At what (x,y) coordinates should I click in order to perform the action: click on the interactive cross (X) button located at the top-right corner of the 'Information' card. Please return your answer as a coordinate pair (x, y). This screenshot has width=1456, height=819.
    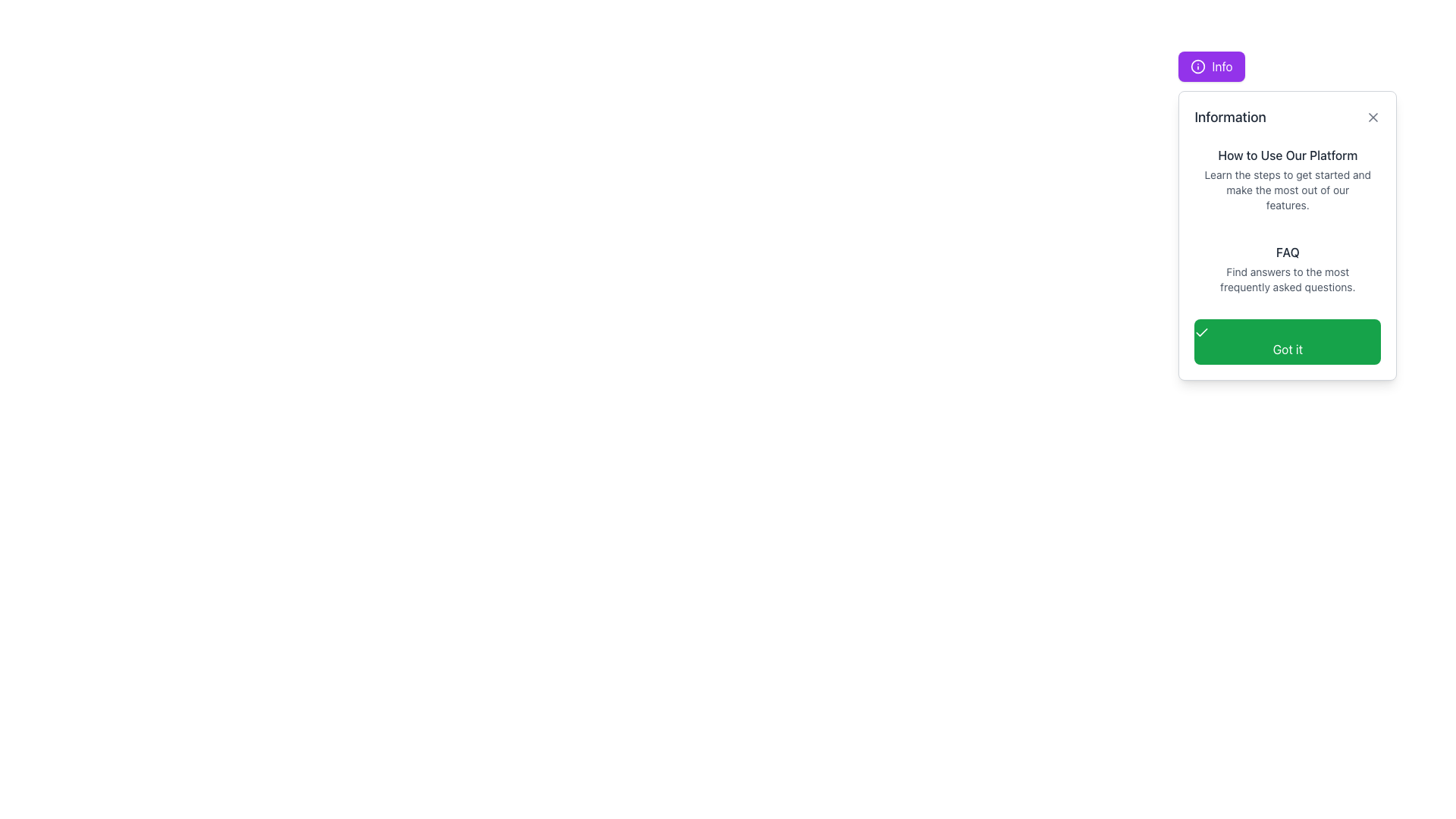
    Looking at the image, I should click on (1373, 116).